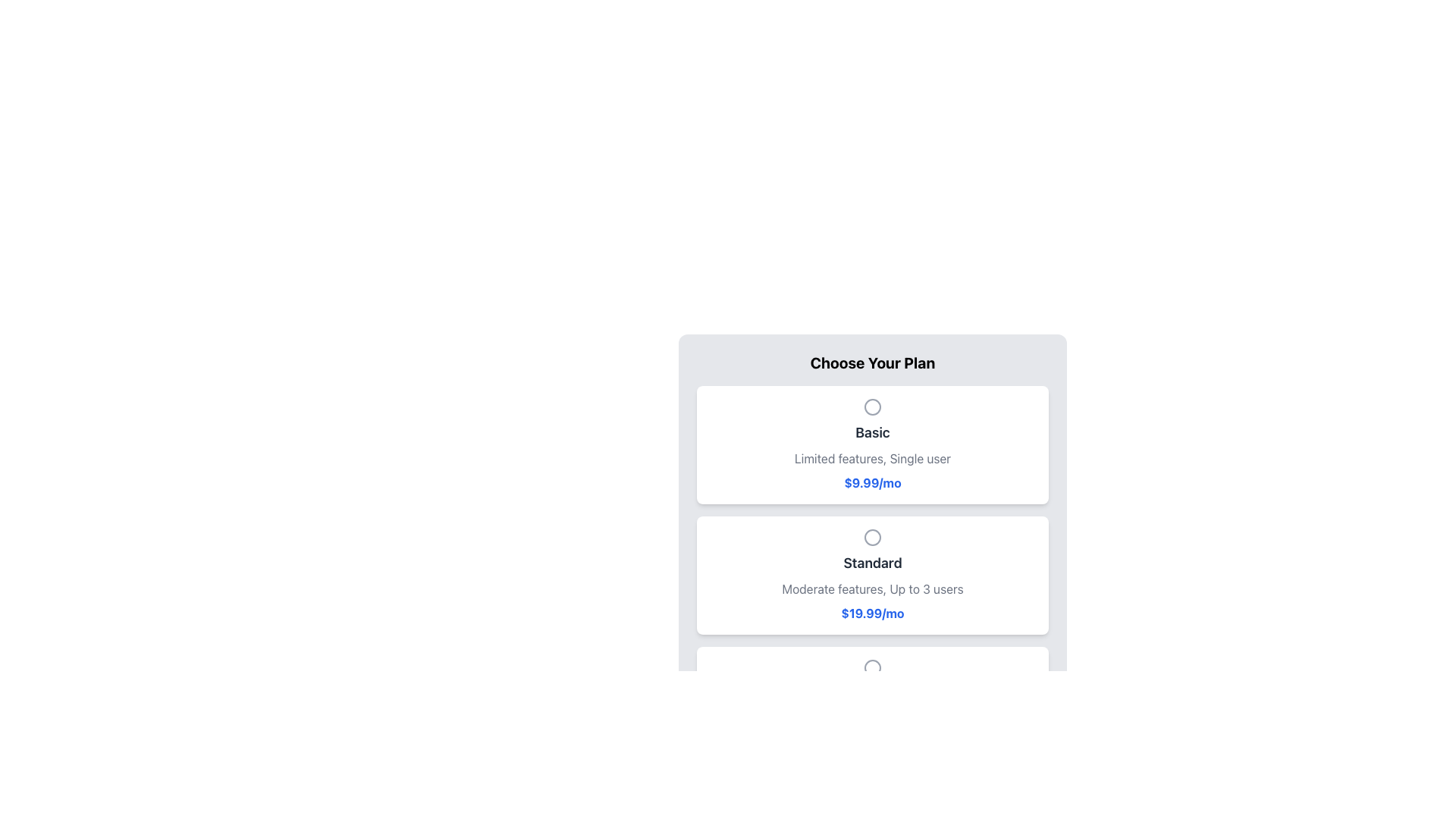 Image resolution: width=1456 pixels, height=819 pixels. What do you see at coordinates (873, 406) in the screenshot?
I see `the inner circular shape that indicates the current selection in the 'Basic' plan section` at bounding box center [873, 406].